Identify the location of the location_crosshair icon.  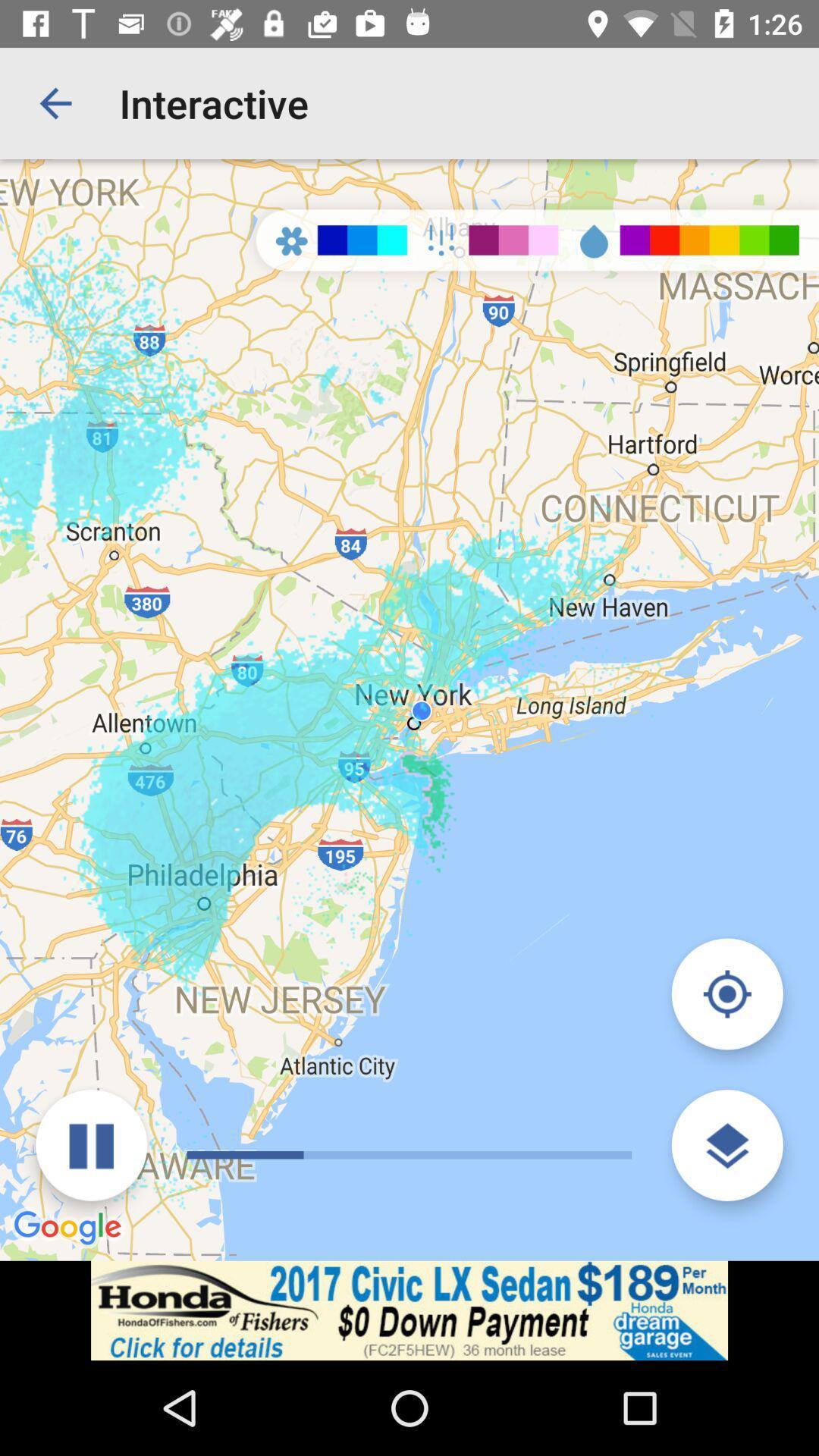
(726, 993).